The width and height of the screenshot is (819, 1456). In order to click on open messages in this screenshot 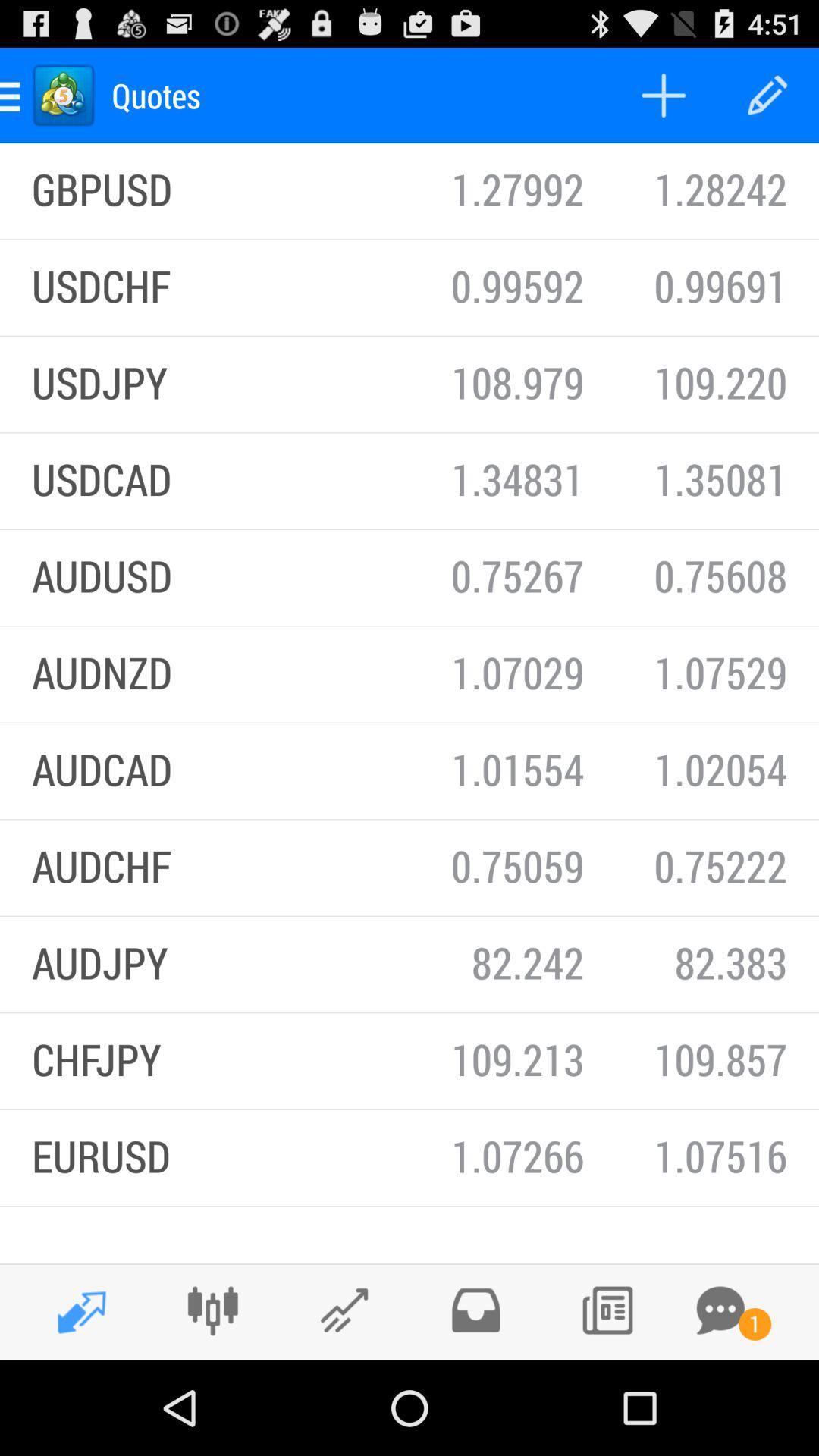, I will do `click(720, 1310)`.